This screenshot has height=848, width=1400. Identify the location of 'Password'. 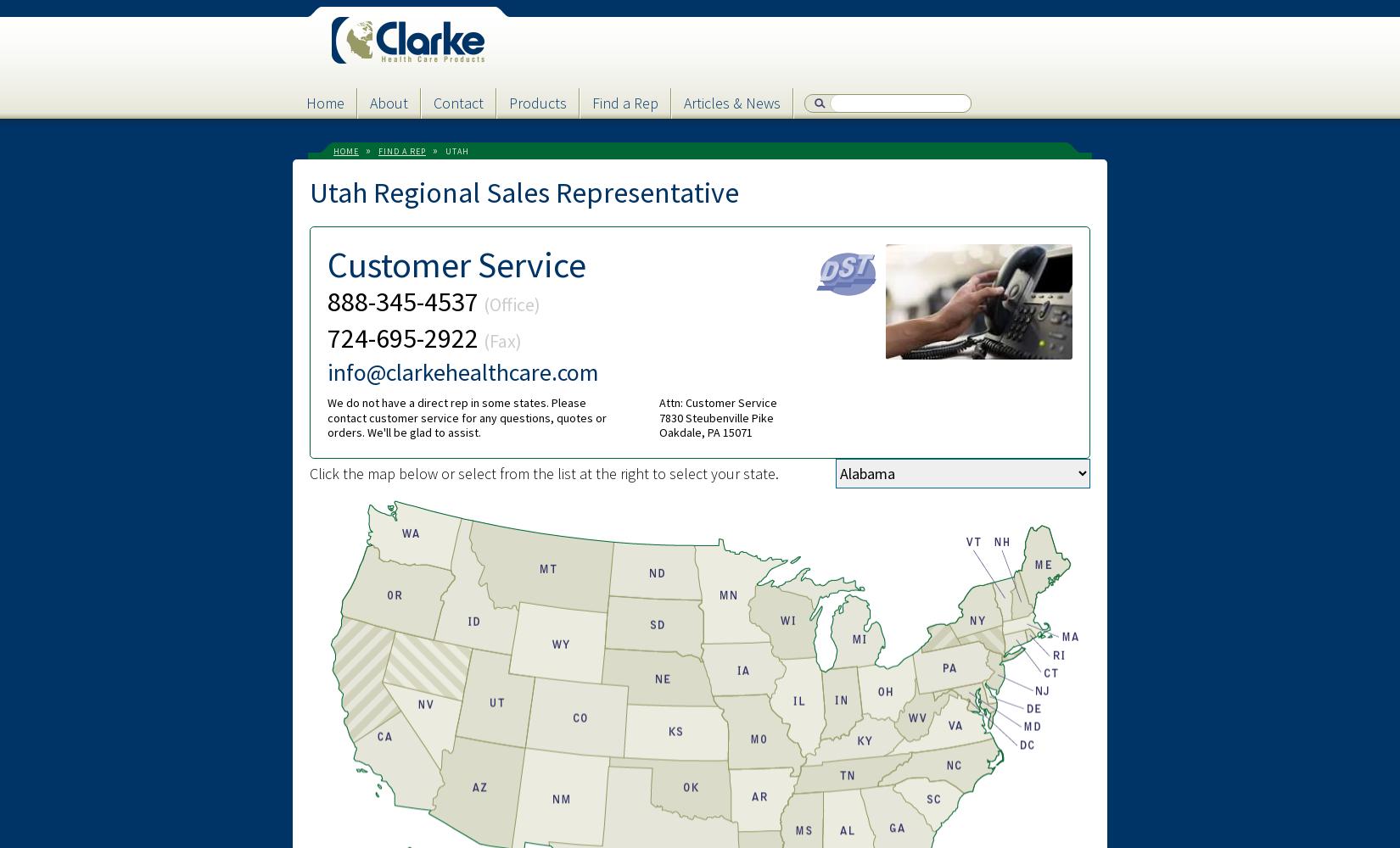
(702, 89).